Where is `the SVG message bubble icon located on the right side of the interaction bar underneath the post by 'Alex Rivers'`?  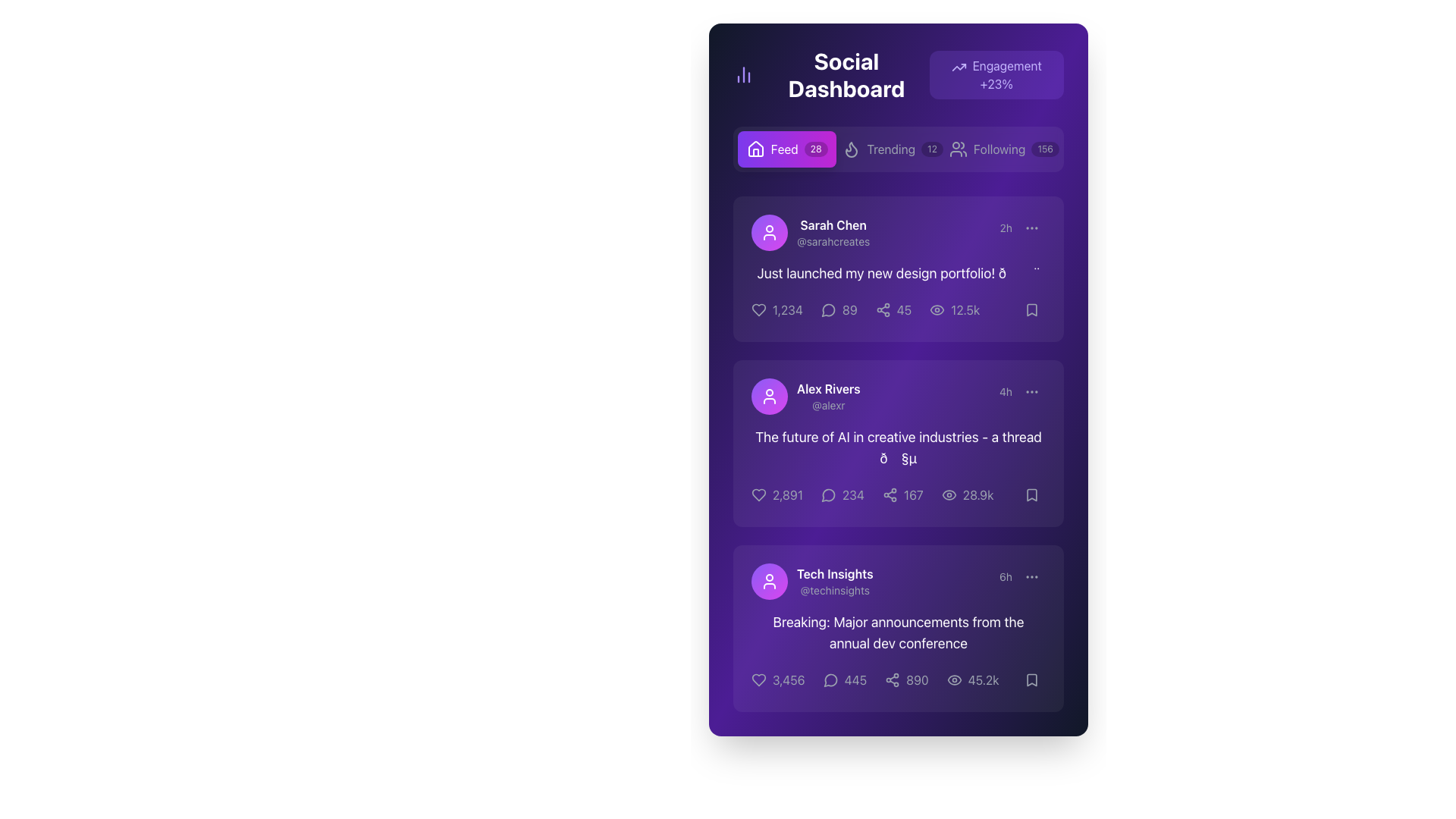
the SVG message bubble icon located on the right side of the interaction bar underneath the post by 'Alex Rivers' is located at coordinates (827, 494).